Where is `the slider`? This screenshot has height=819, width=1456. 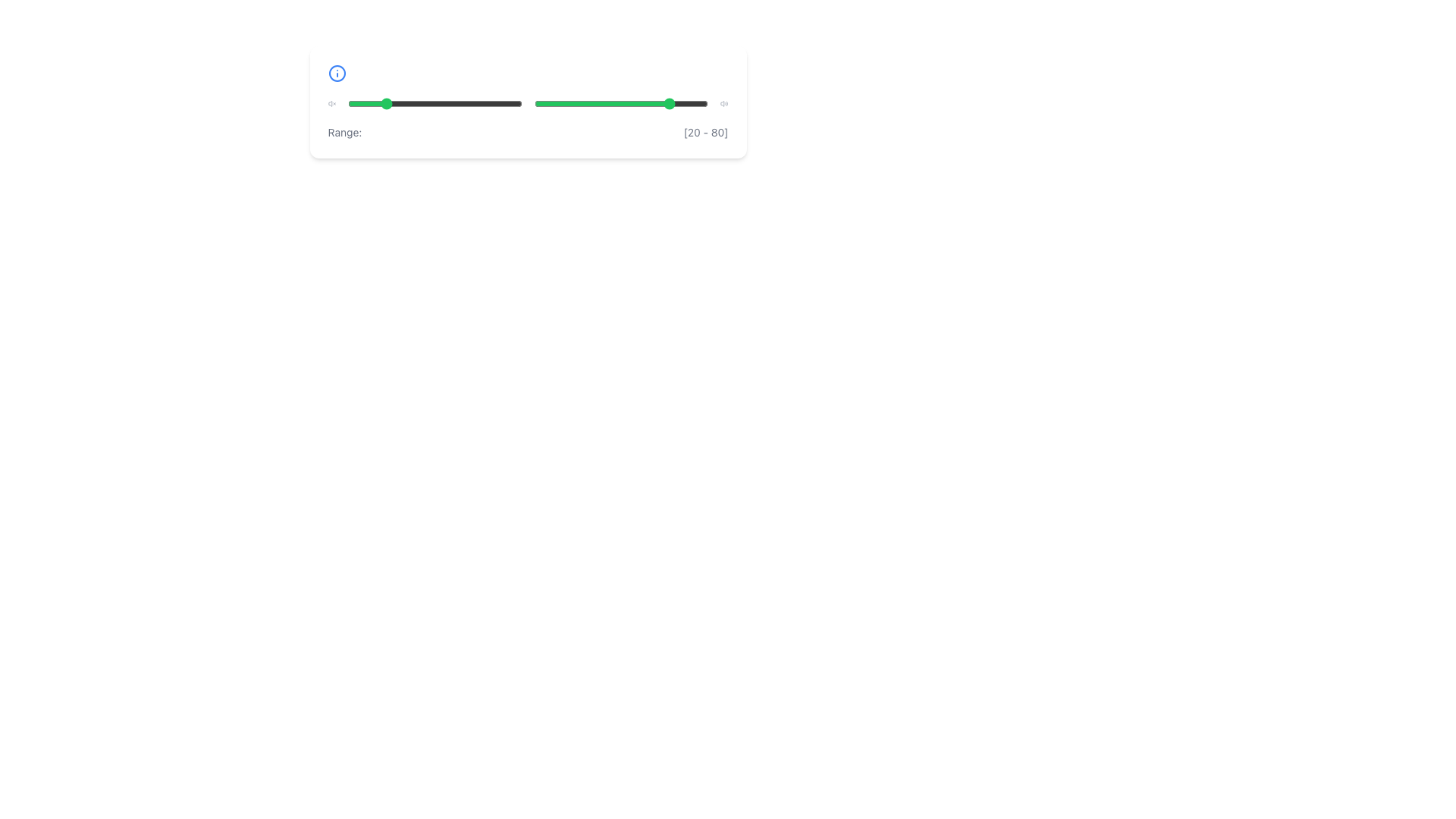 the slider is located at coordinates (496, 103).